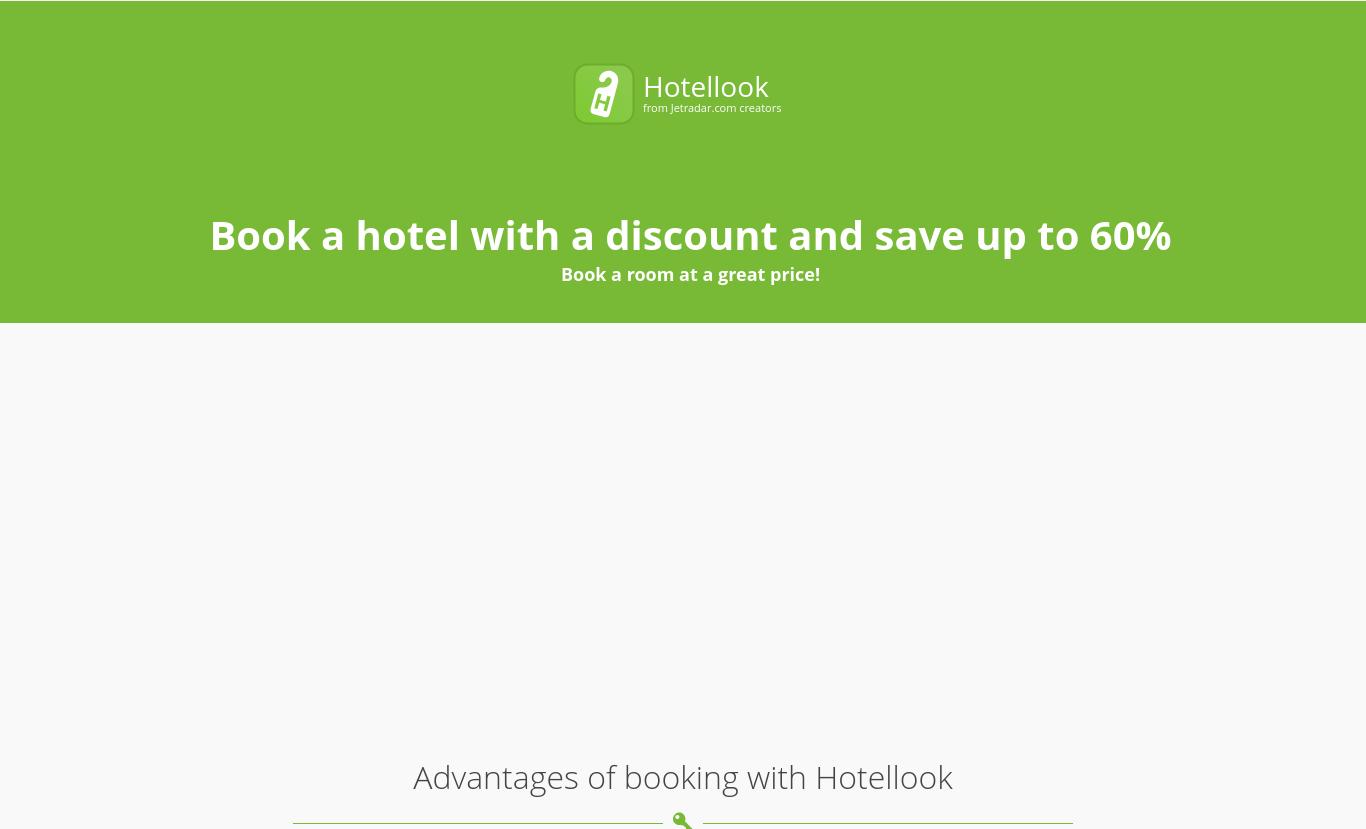 The width and height of the screenshot is (1366, 829). I want to click on 'Guests', so click(880, 39).